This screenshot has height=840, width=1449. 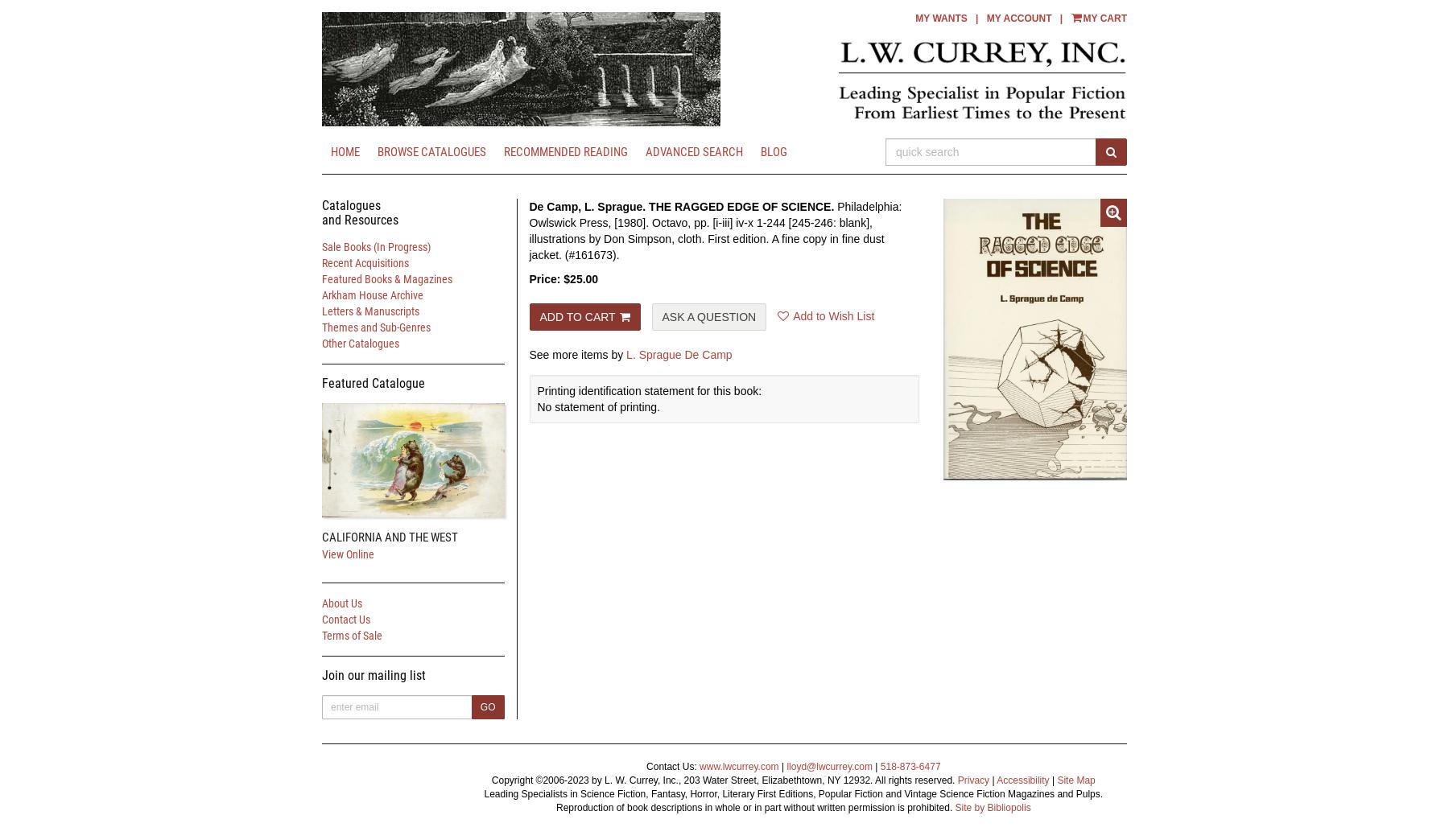 What do you see at coordinates (708, 316) in the screenshot?
I see `'Ask a Question'` at bounding box center [708, 316].